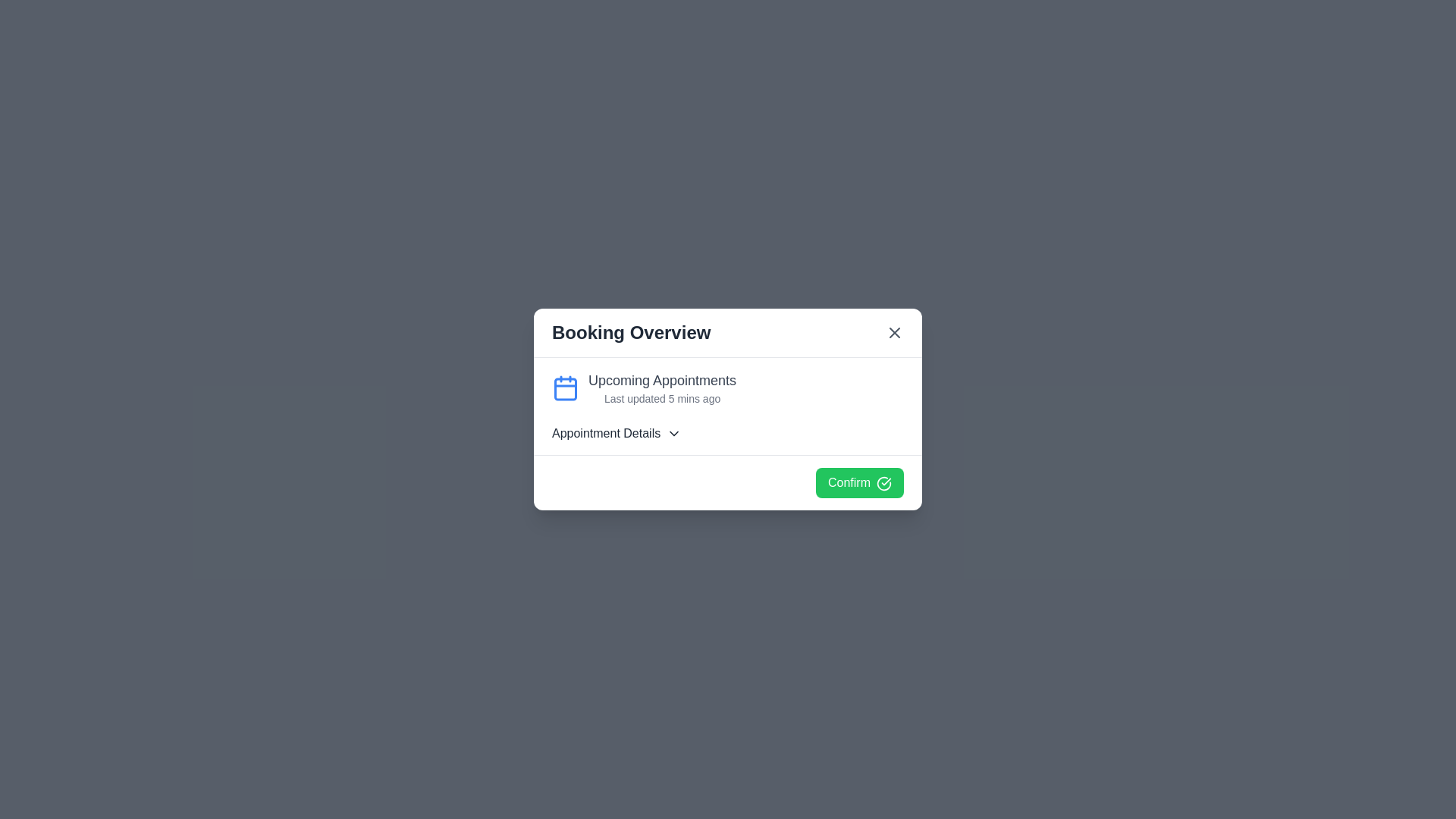  What do you see at coordinates (895, 332) in the screenshot?
I see `the close button located in the top right corner of the 'Booking Overview' modal window` at bounding box center [895, 332].